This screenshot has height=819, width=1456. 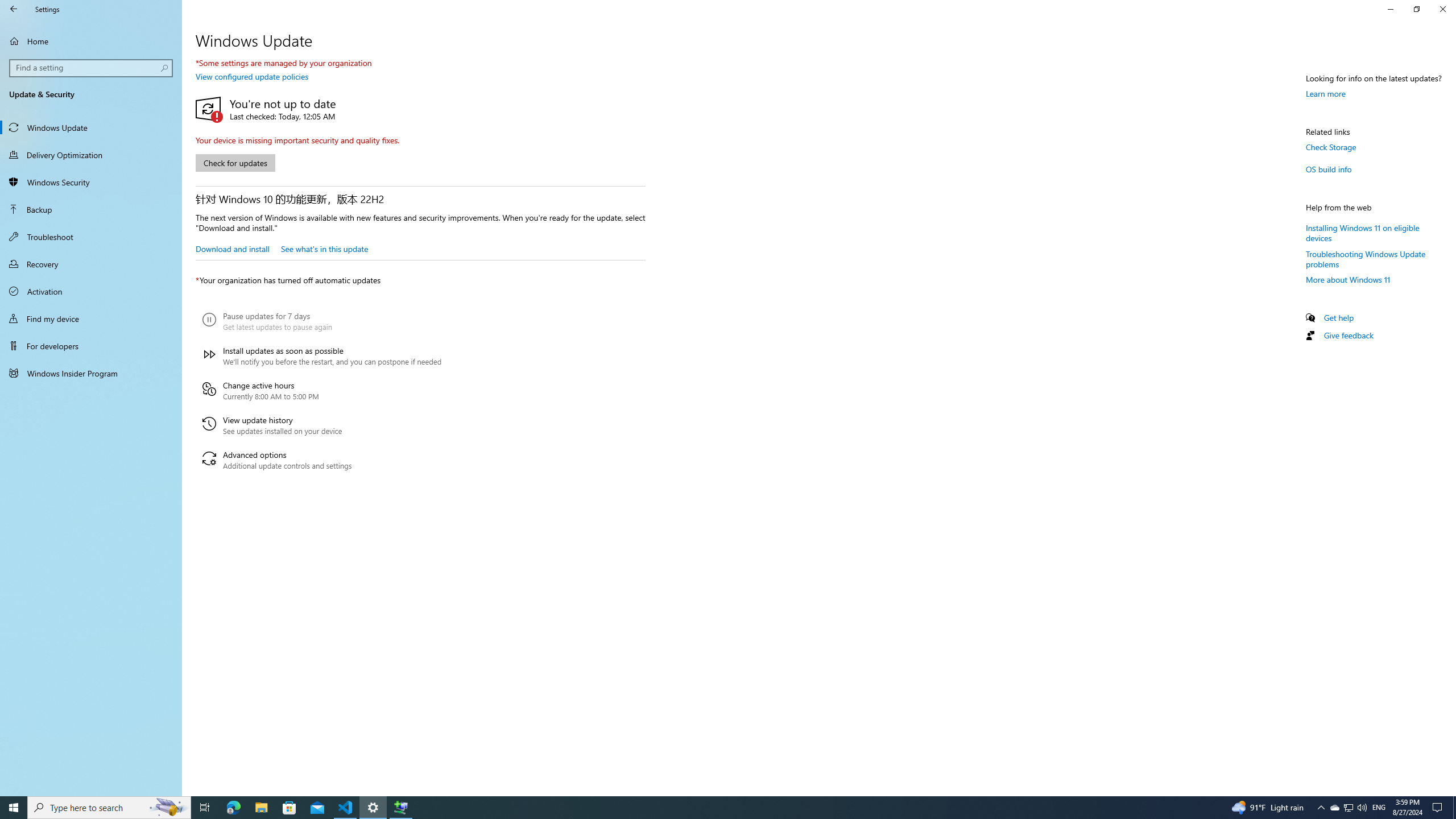 I want to click on 'Installing Windows 11 on eligible devices', so click(x=1363, y=231).